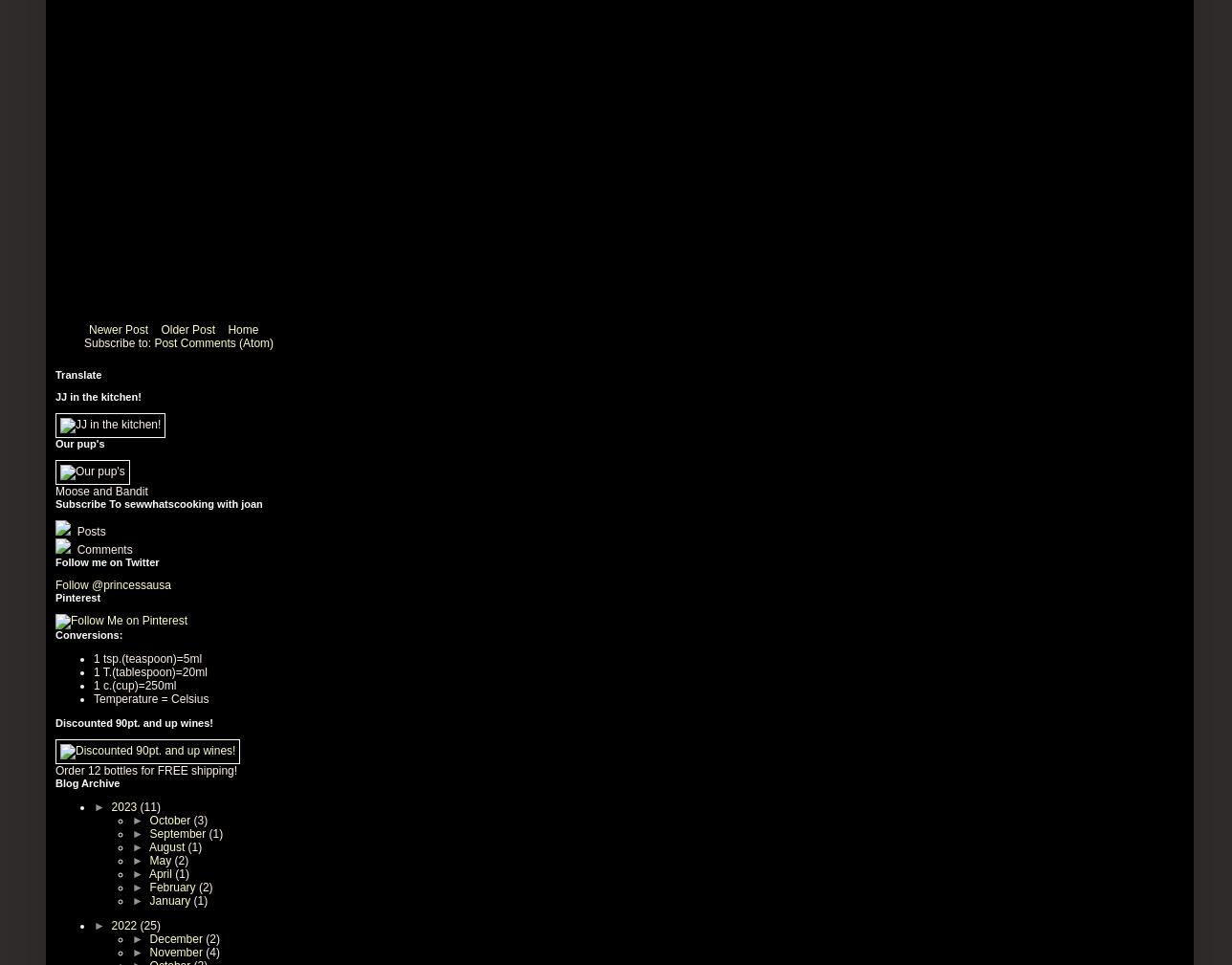  Describe the element at coordinates (179, 832) in the screenshot. I see `'September'` at that location.